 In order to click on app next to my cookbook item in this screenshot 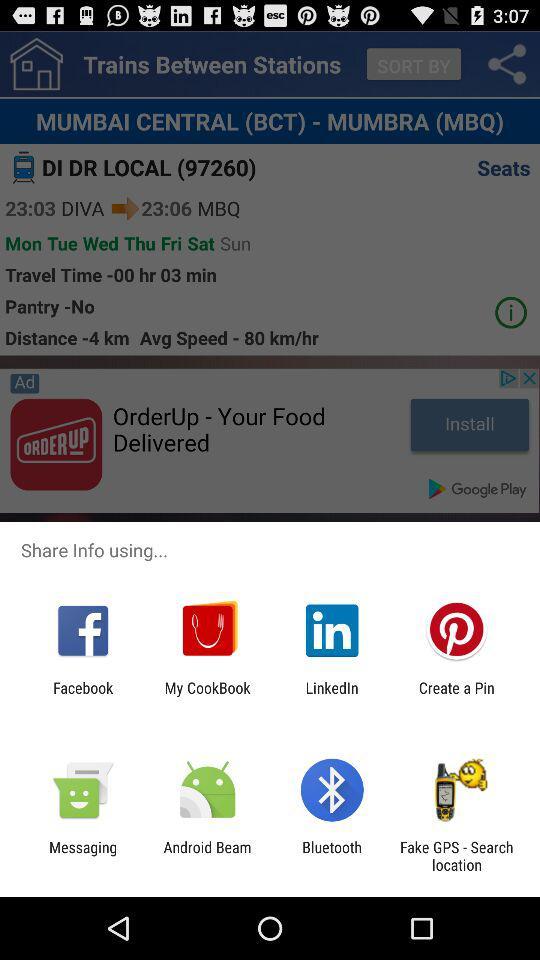, I will do `click(82, 696)`.